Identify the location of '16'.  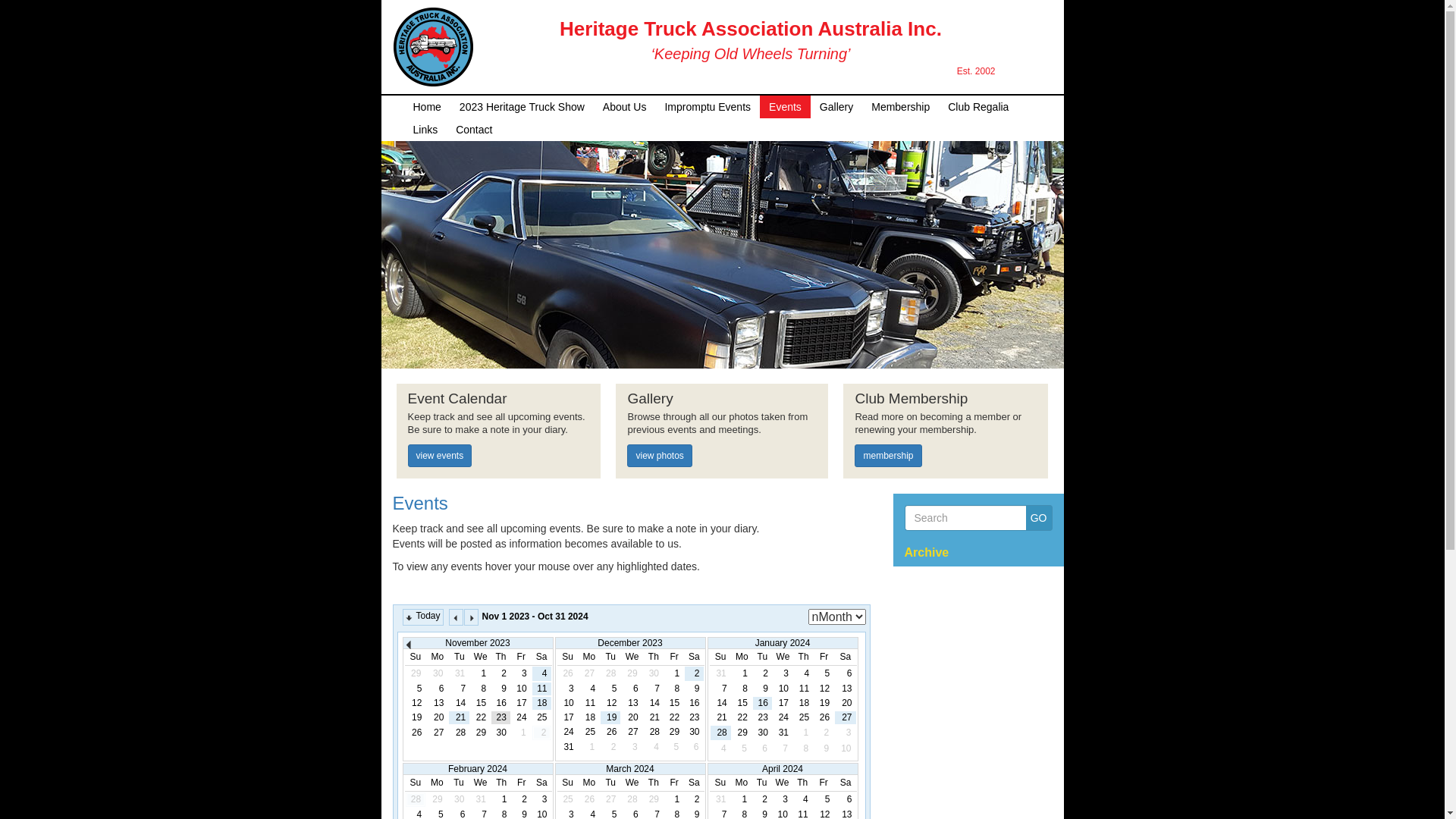
(500, 703).